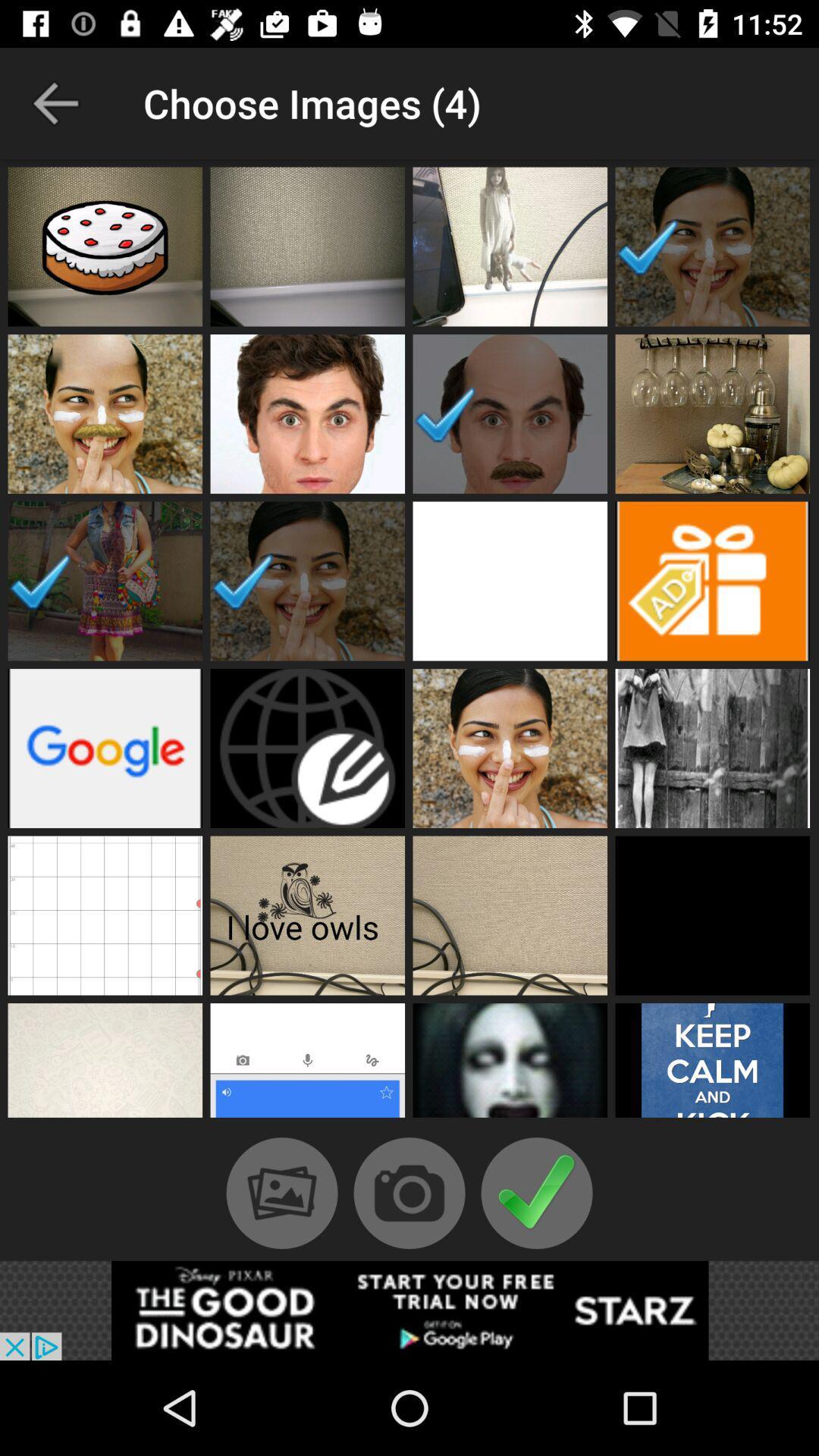 Image resolution: width=819 pixels, height=1456 pixels. Describe the element at coordinates (510, 414) in the screenshot. I see `ateno para imagem do homem` at that location.